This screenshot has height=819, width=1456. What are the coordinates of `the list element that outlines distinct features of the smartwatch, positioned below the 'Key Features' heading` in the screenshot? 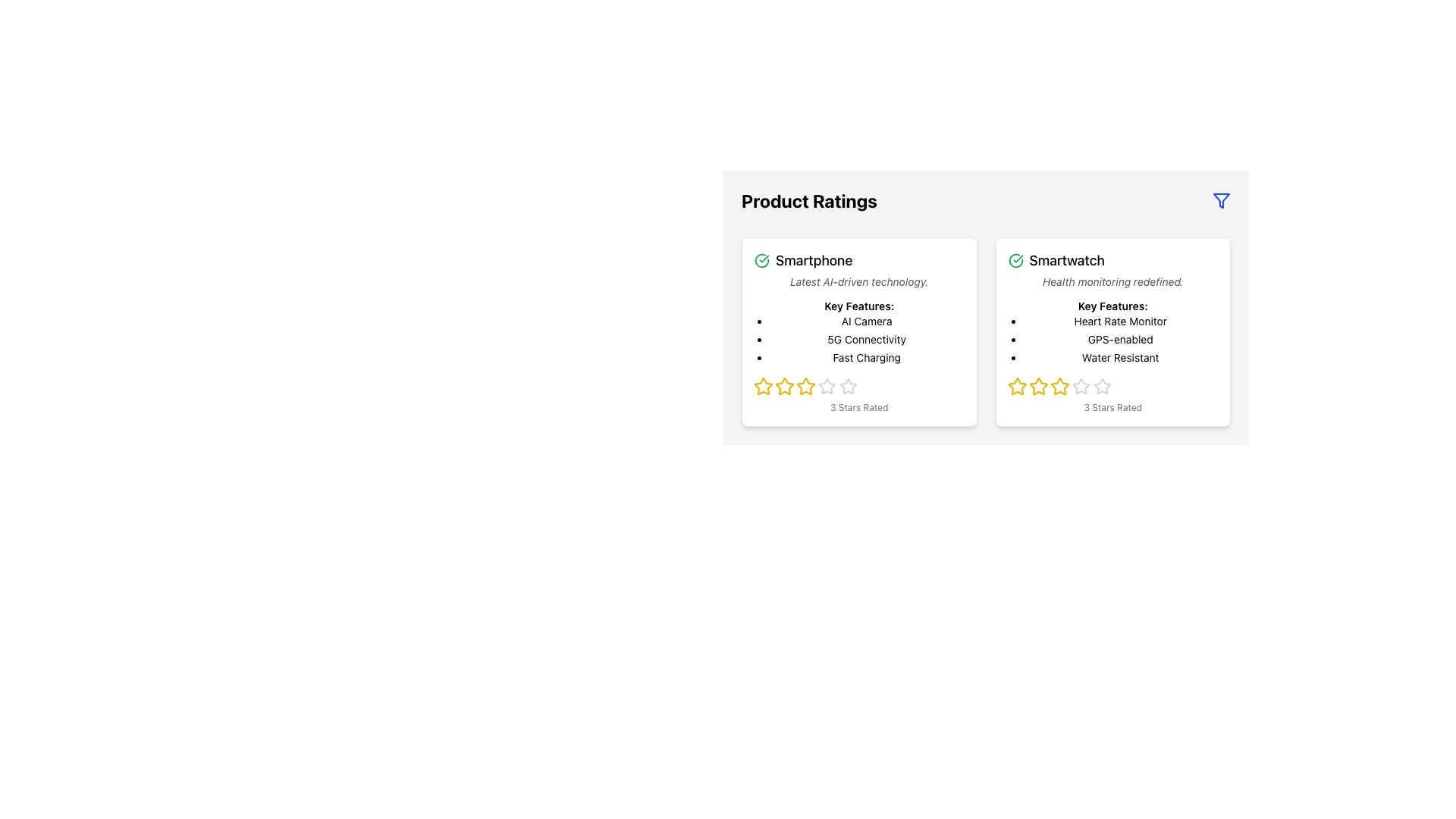 It's located at (1120, 338).